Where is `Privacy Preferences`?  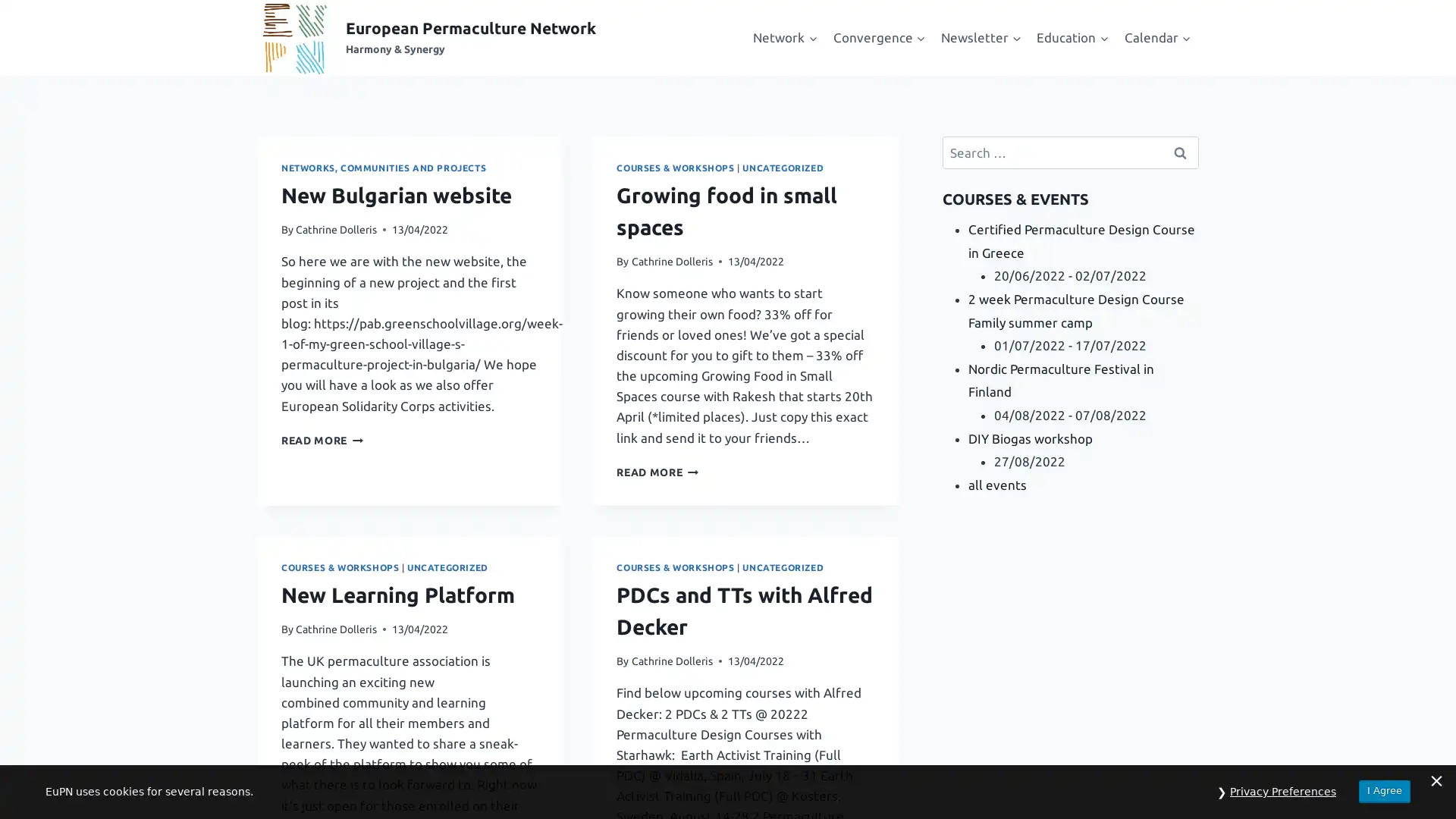 Privacy Preferences is located at coordinates (1282, 791).